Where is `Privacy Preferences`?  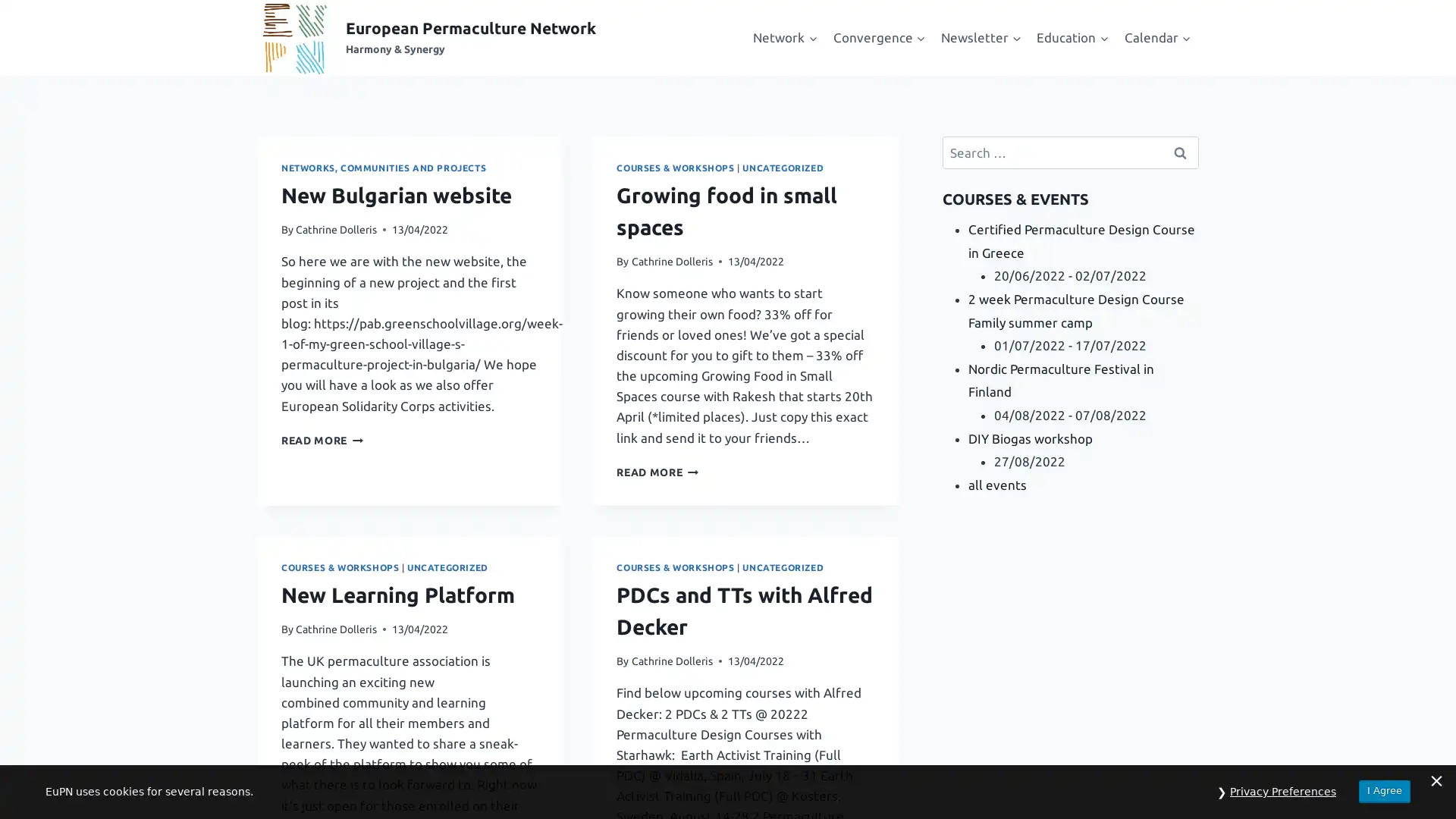 Privacy Preferences is located at coordinates (1282, 791).